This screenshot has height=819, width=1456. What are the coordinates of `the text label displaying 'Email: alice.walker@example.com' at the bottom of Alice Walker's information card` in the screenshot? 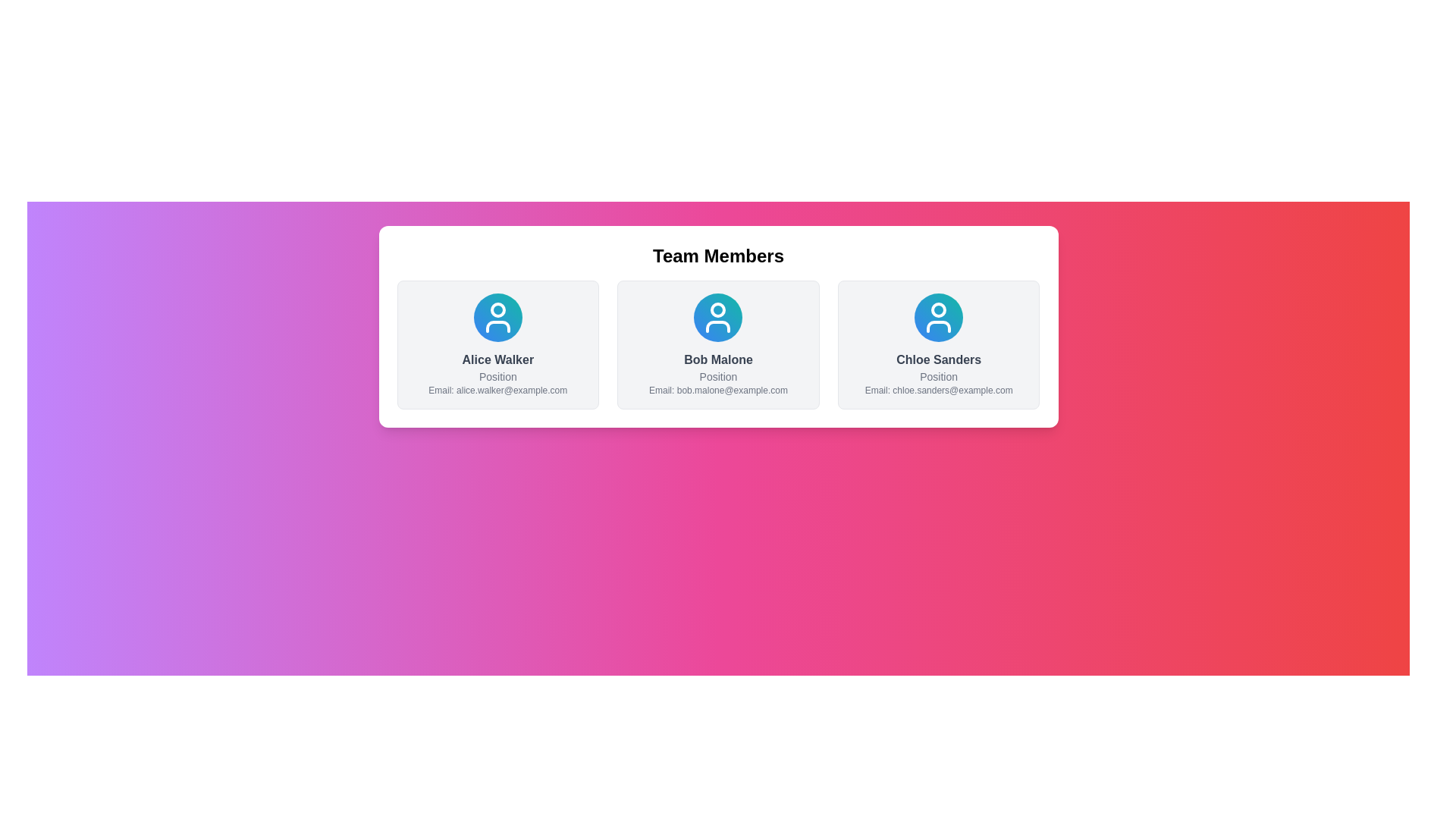 It's located at (497, 390).